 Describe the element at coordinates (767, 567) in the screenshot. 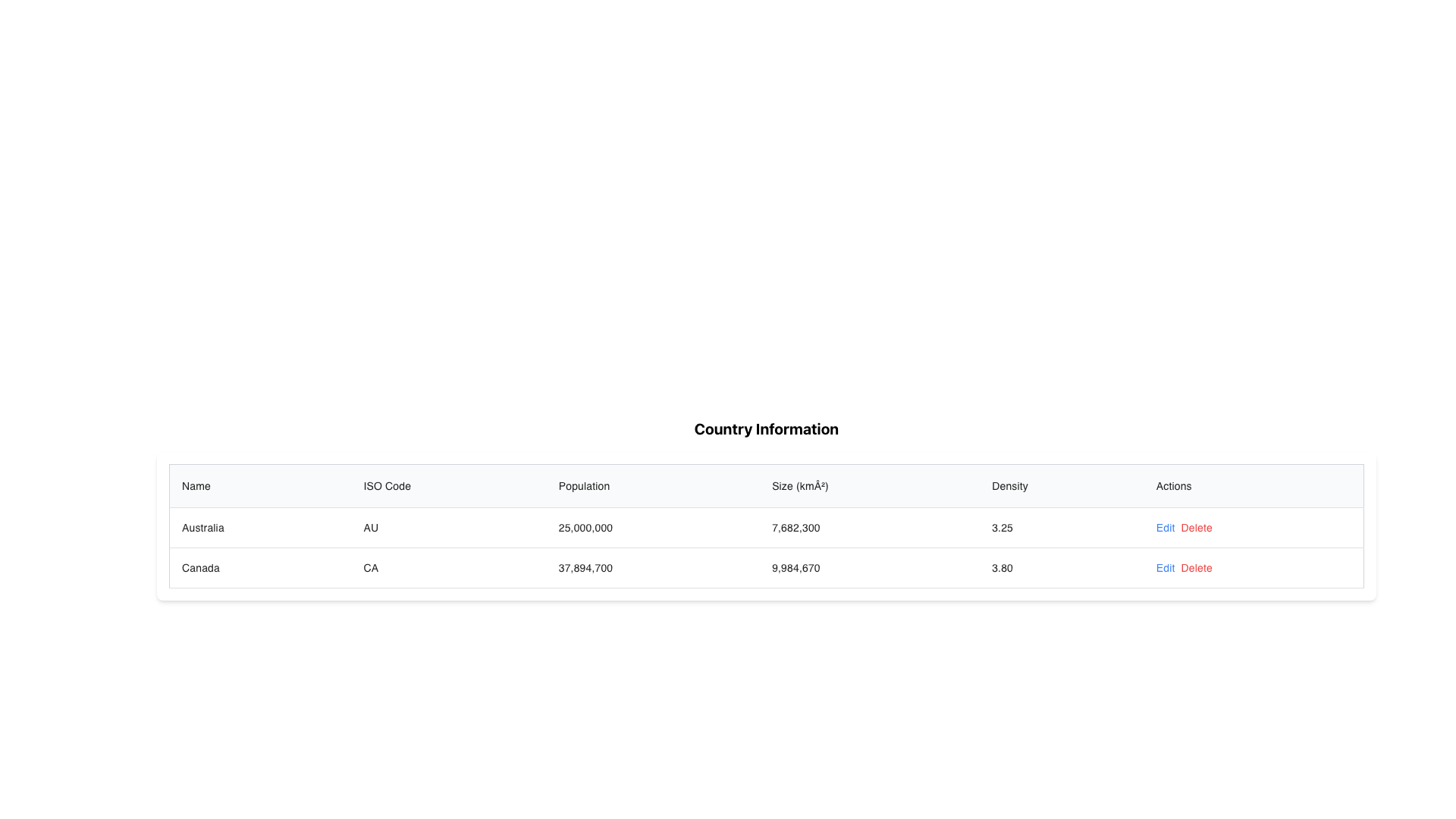

I see `the second row in the table containing the data for 'Canada', which is located below the row for 'Australia' in the 'Country Information' section` at that location.